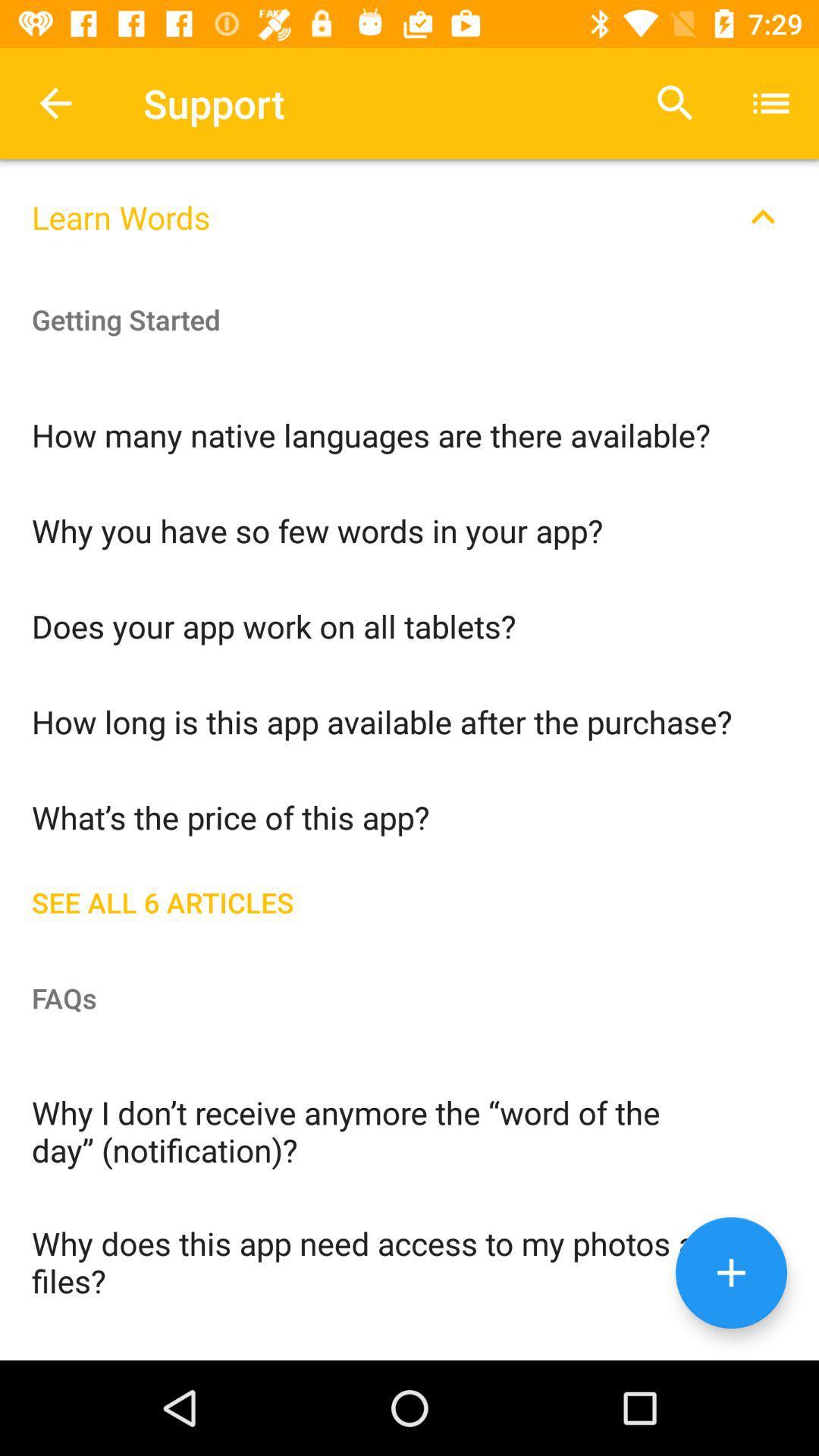 This screenshot has height=1456, width=819. What do you see at coordinates (730, 1272) in the screenshot?
I see `the add icon` at bounding box center [730, 1272].